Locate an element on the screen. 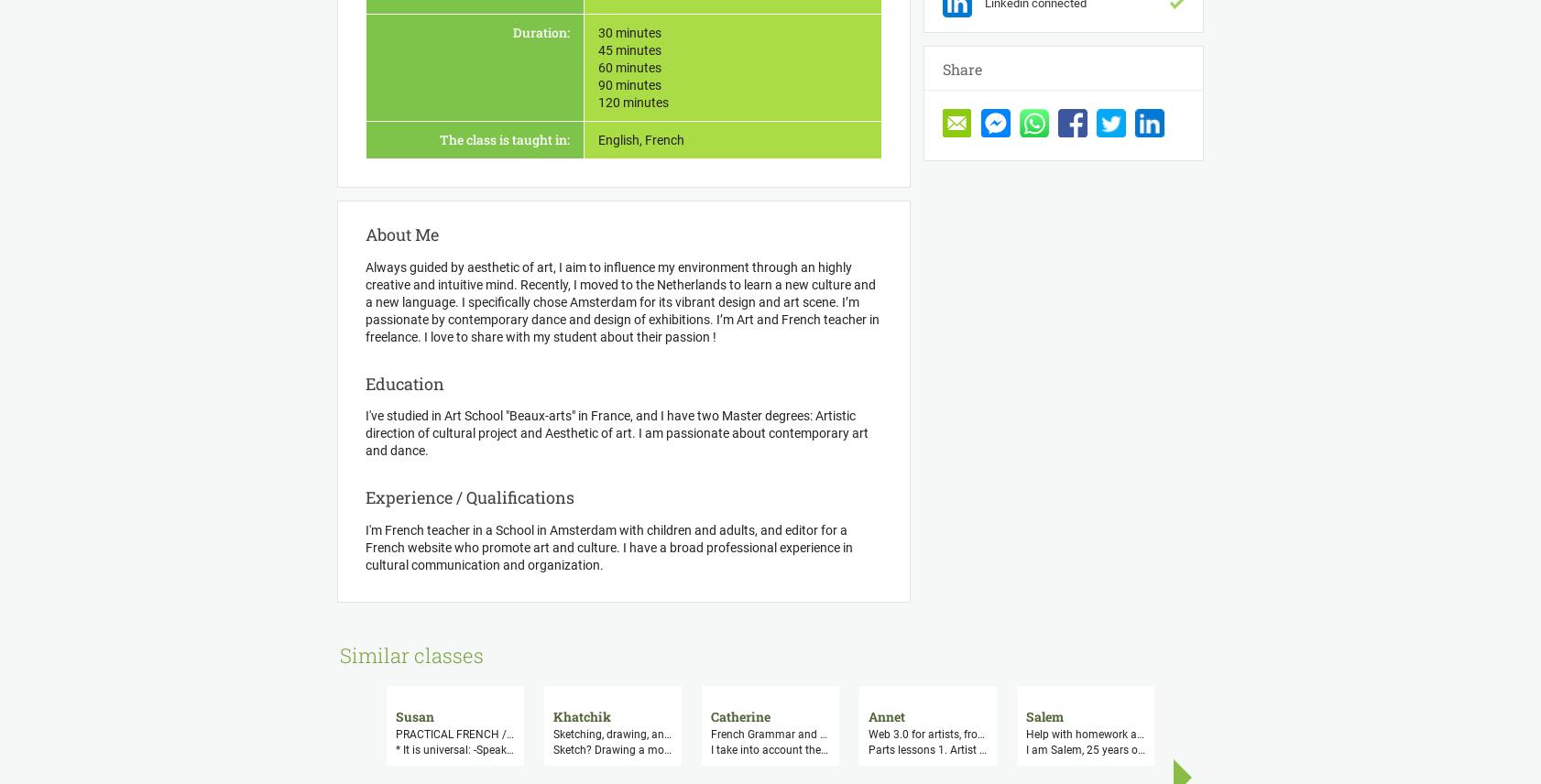  'Camille' is located at coordinates (1183, 715).